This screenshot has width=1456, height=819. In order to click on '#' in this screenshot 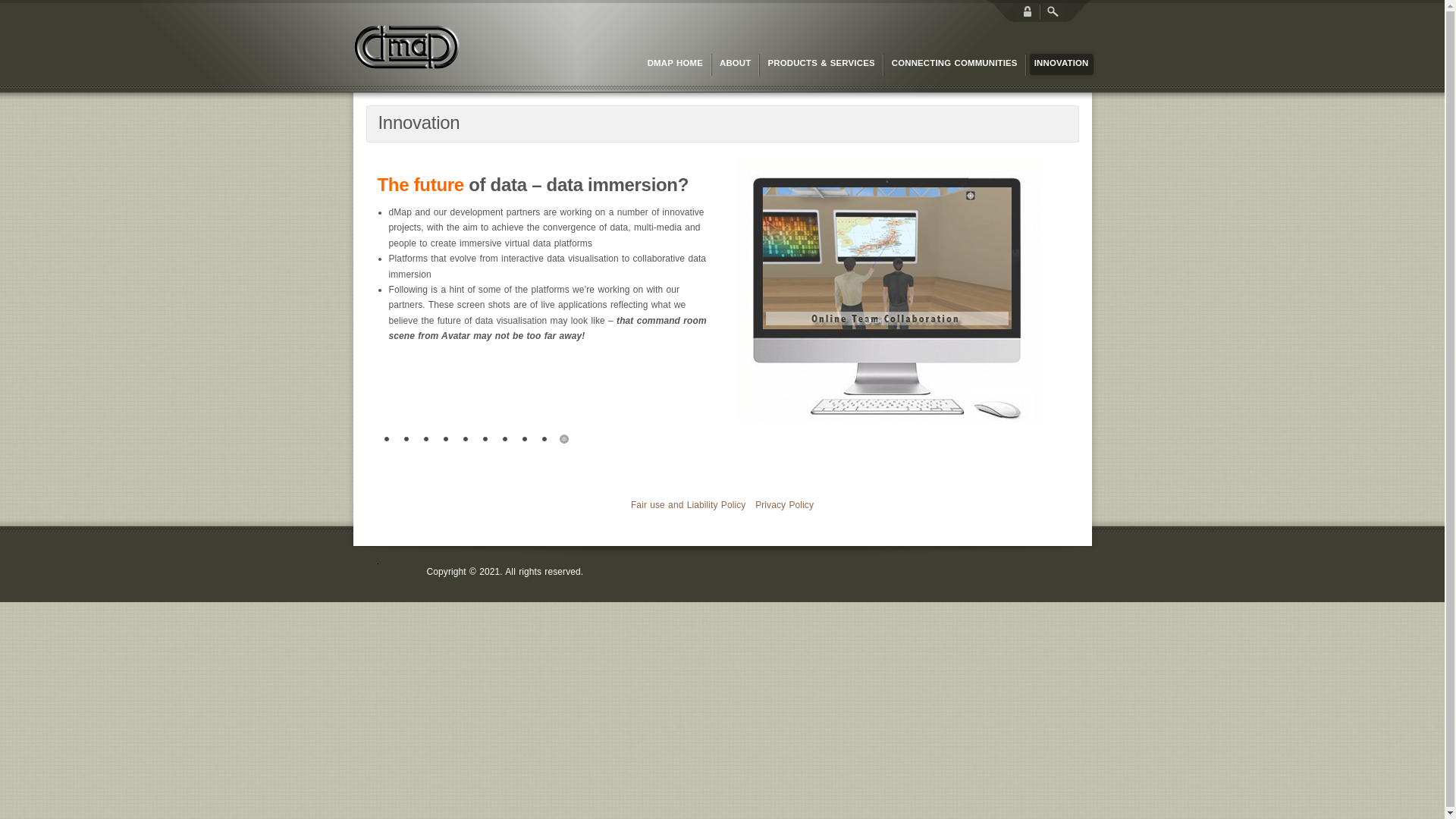, I will do `click(505, 439)`.